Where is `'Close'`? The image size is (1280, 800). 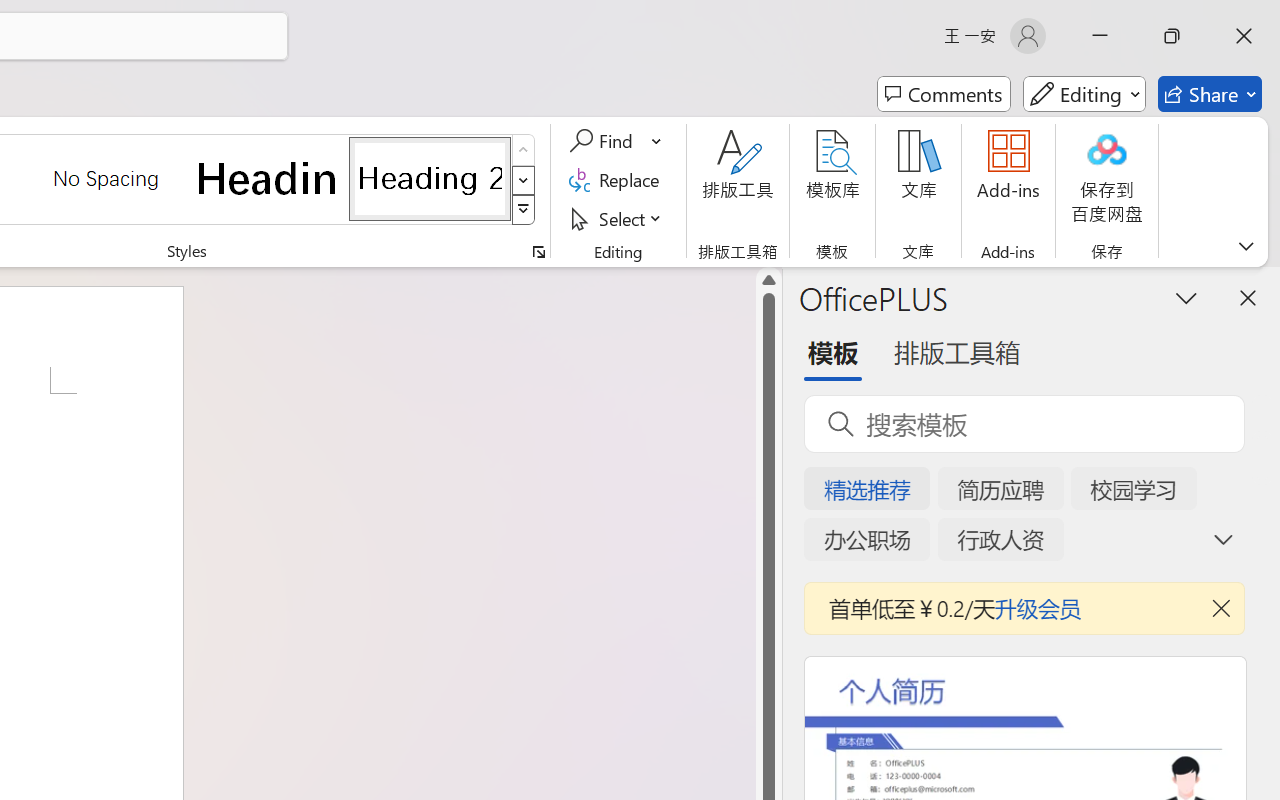 'Close' is located at coordinates (1243, 35).